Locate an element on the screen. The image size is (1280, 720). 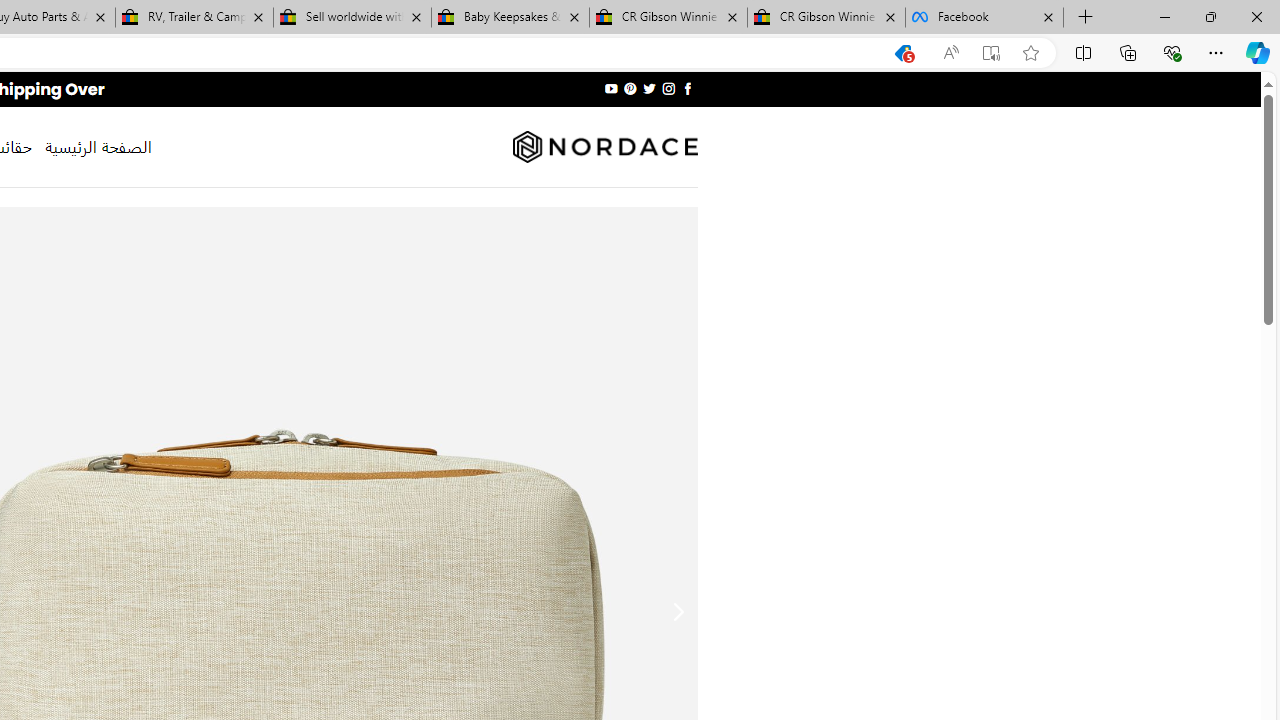
'Follow on Twitter' is located at coordinates (648, 88).